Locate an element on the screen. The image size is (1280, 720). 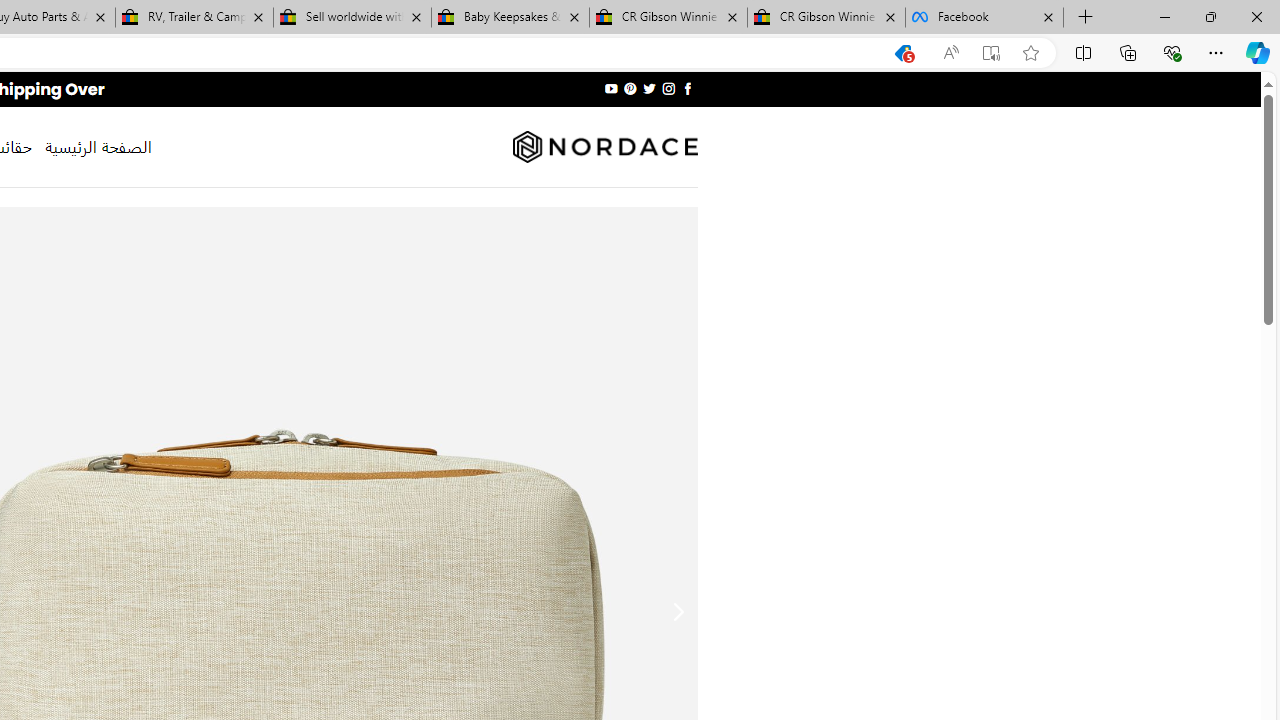
'Follow on Twitter' is located at coordinates (648, 88).